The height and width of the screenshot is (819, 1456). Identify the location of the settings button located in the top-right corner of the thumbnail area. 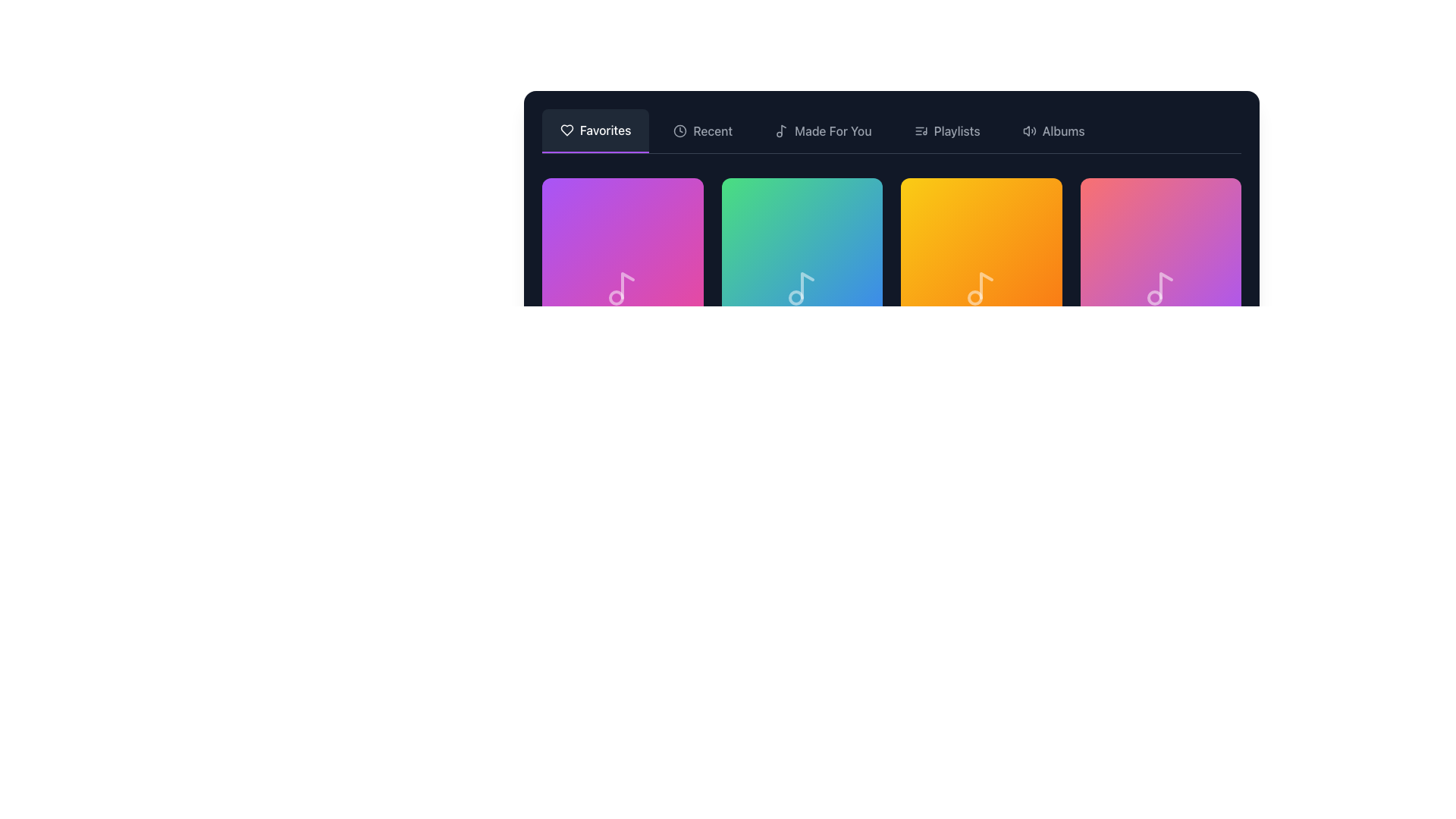
(858, 201).